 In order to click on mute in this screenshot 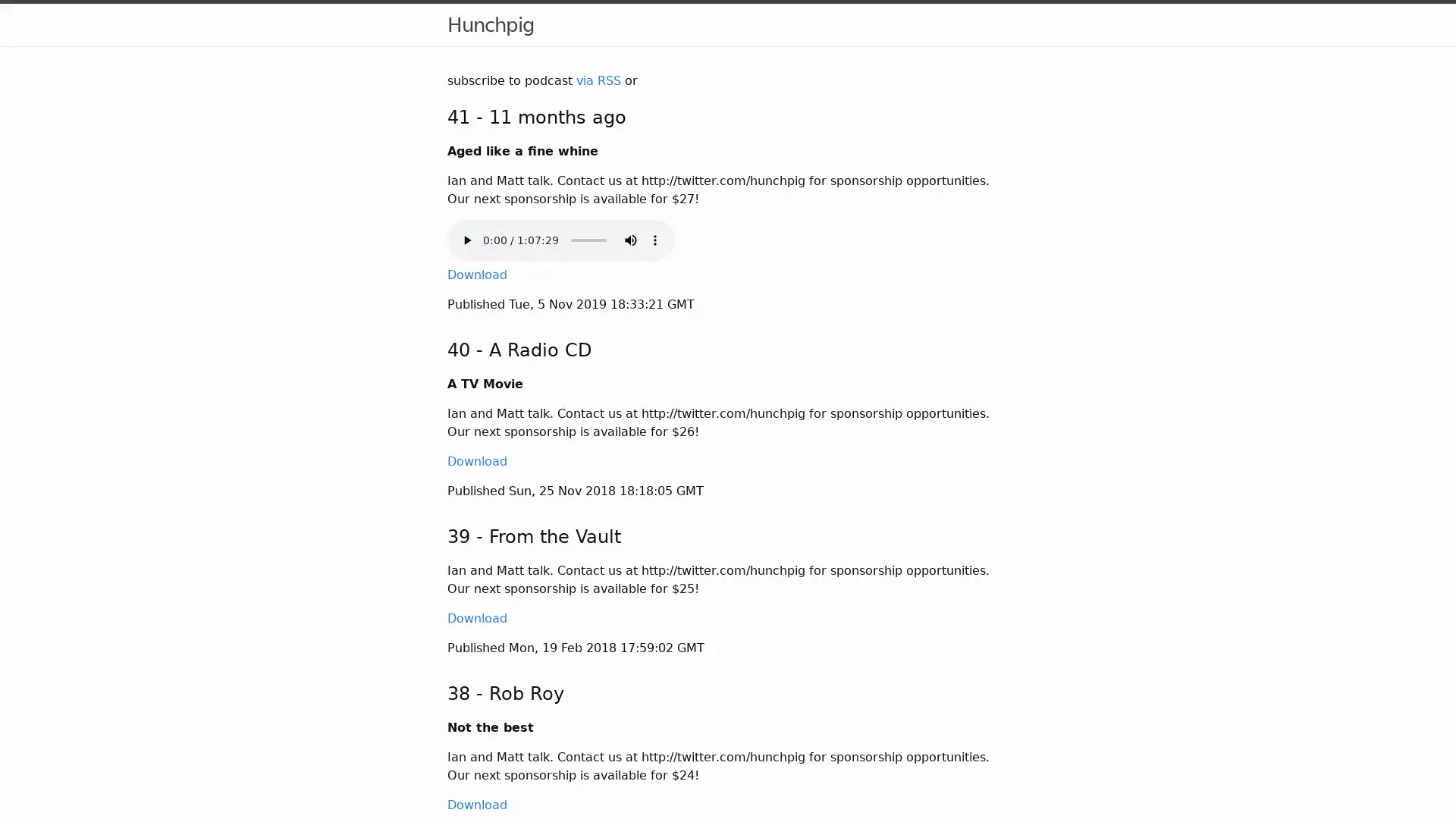, I will do `click(630, 239)`.